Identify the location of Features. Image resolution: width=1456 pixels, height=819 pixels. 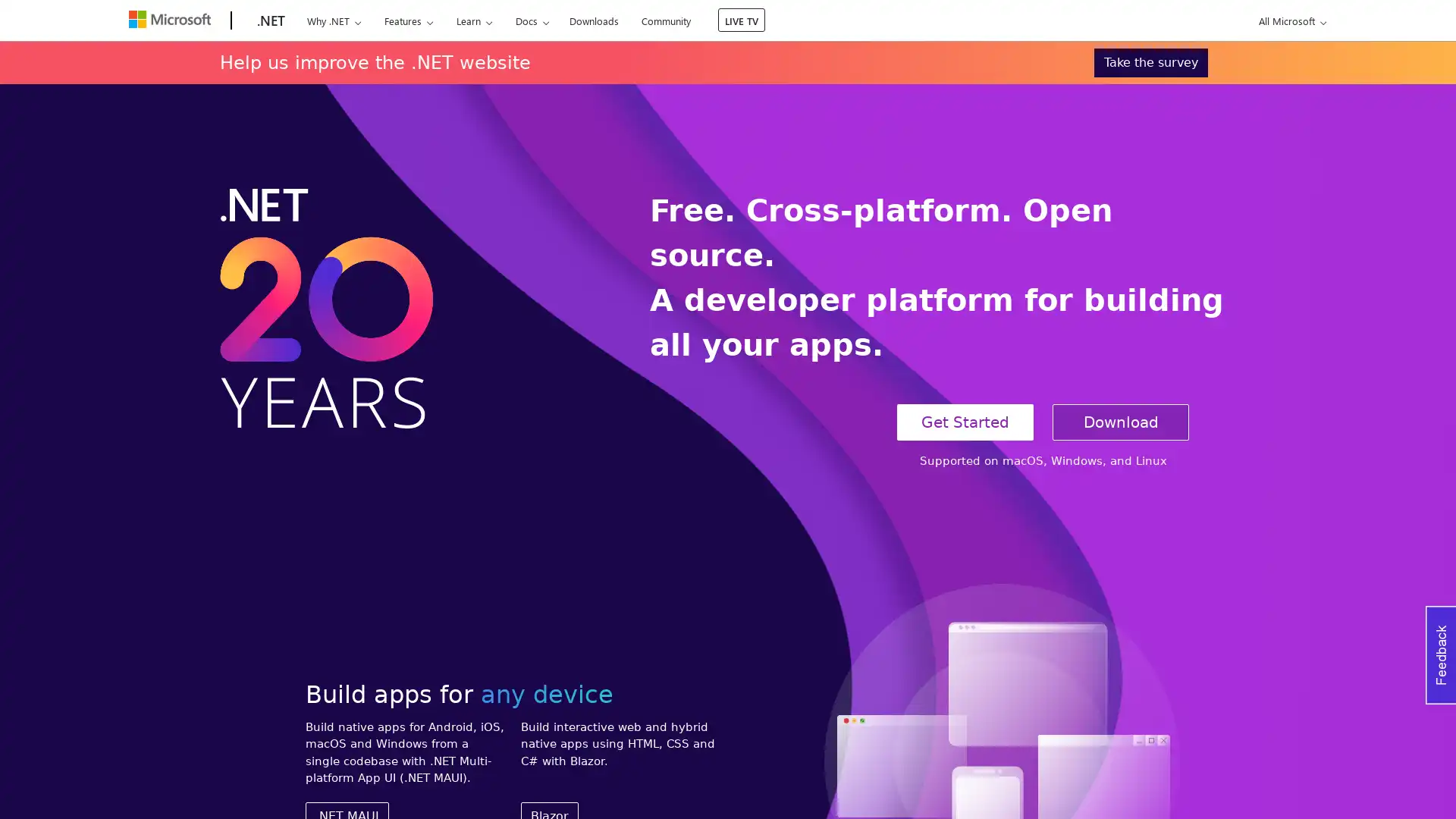
(408, 20).